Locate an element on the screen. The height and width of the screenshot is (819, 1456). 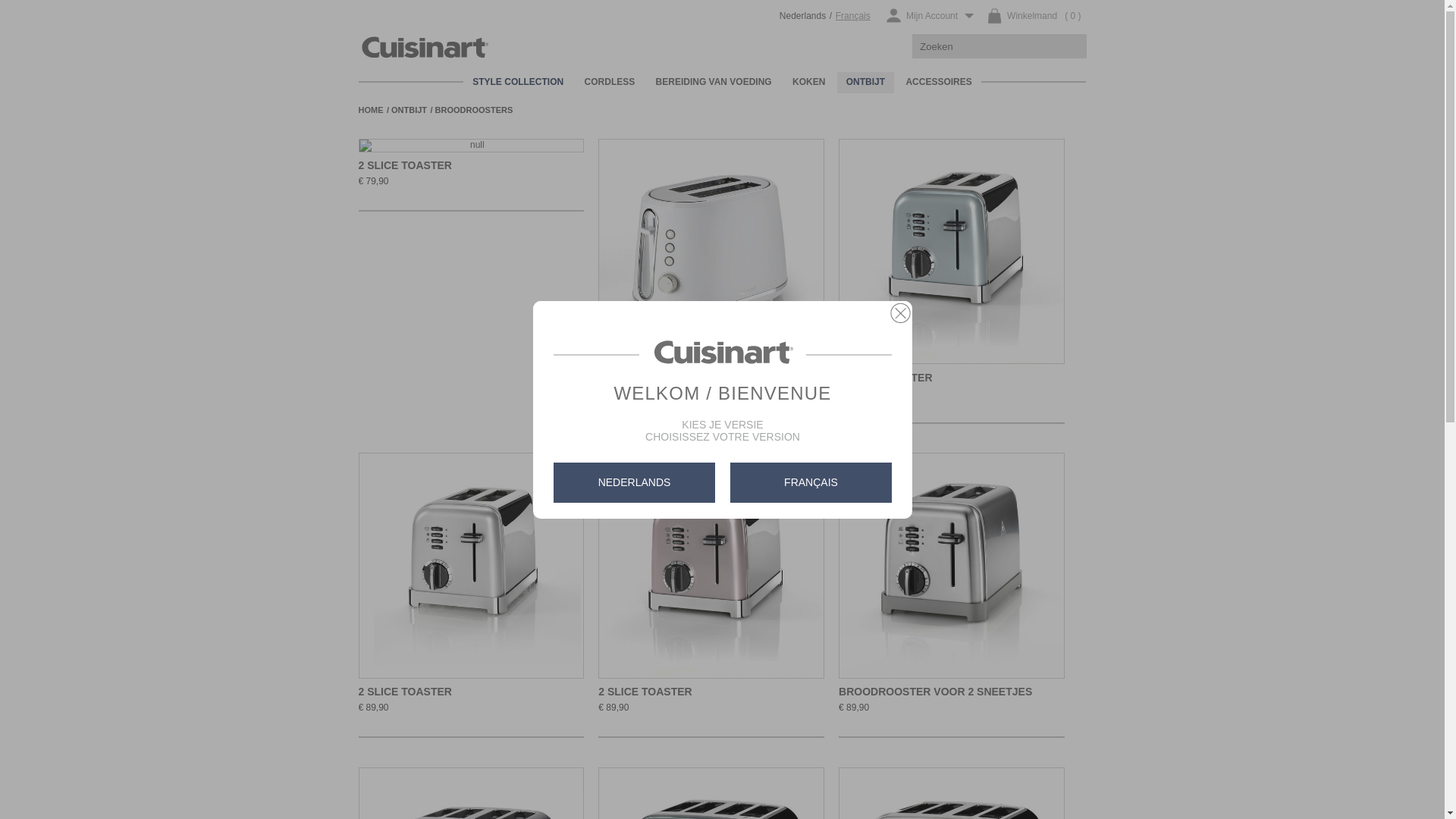
'Cuisinart Belgie' is located at coordinates (439, 31).